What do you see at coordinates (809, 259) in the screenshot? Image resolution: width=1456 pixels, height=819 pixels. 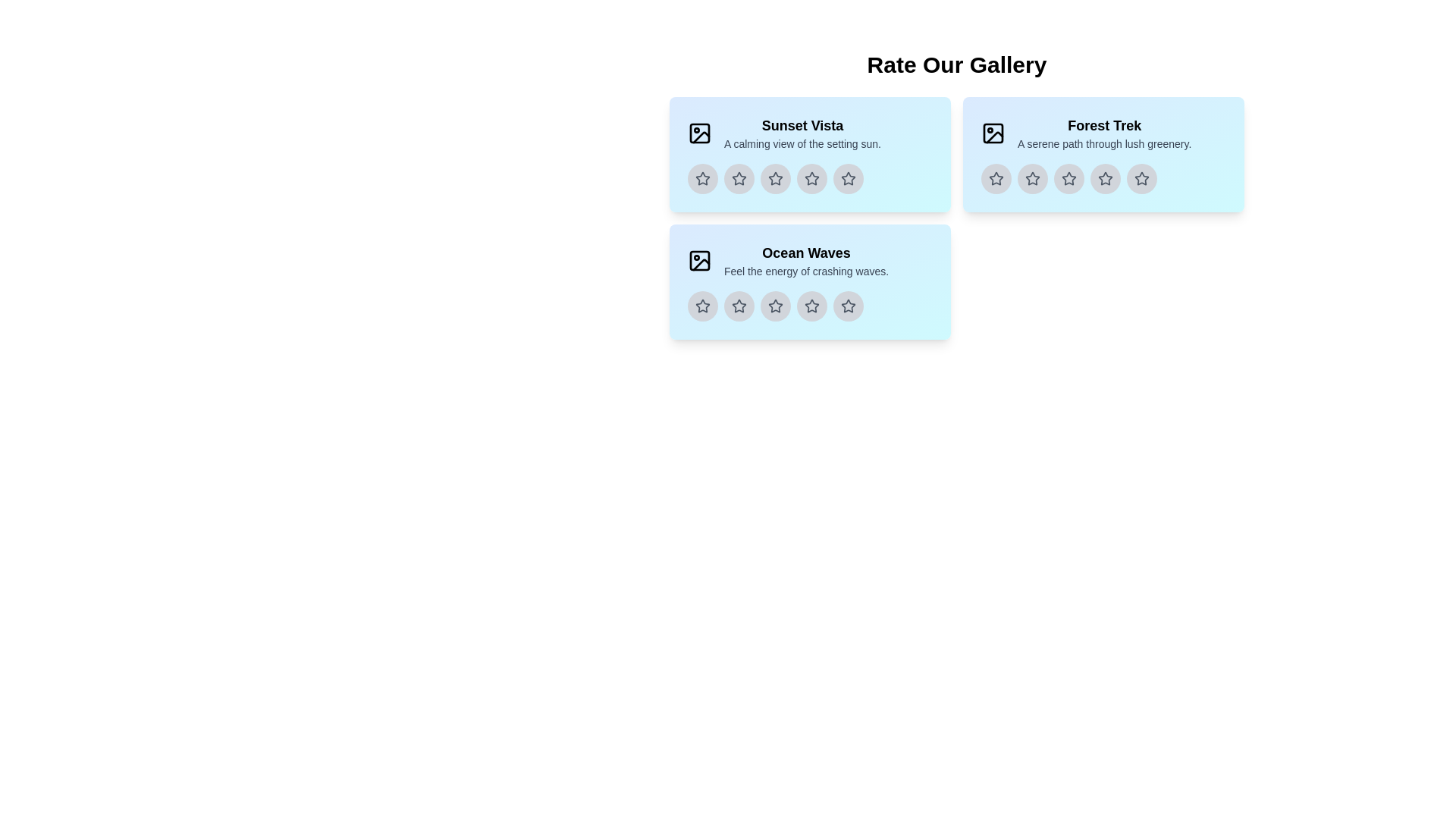 I see `the information block about 'Ocean Waves'` at bounding box center [809, 259].